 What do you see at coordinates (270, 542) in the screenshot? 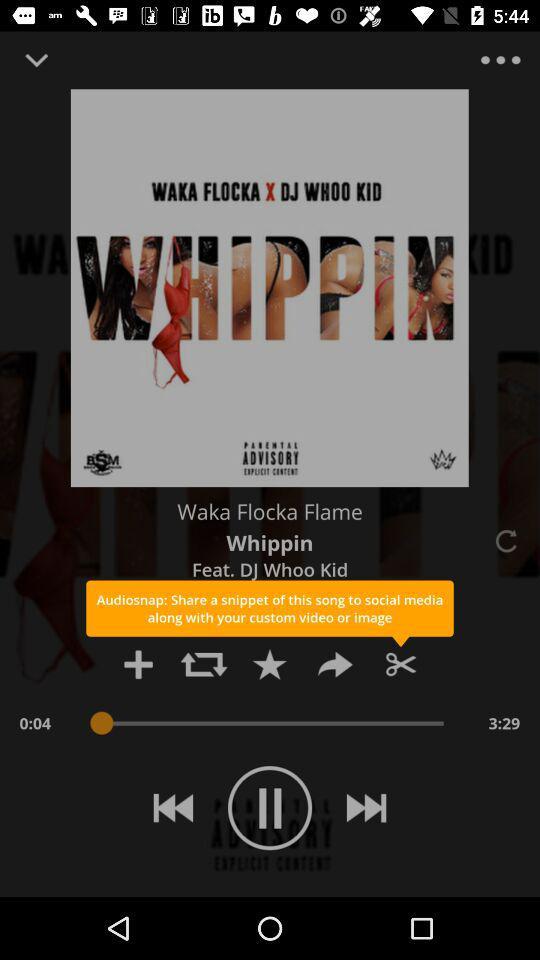
I see `the text beside the reload icon` at bounding box center [270, 542].